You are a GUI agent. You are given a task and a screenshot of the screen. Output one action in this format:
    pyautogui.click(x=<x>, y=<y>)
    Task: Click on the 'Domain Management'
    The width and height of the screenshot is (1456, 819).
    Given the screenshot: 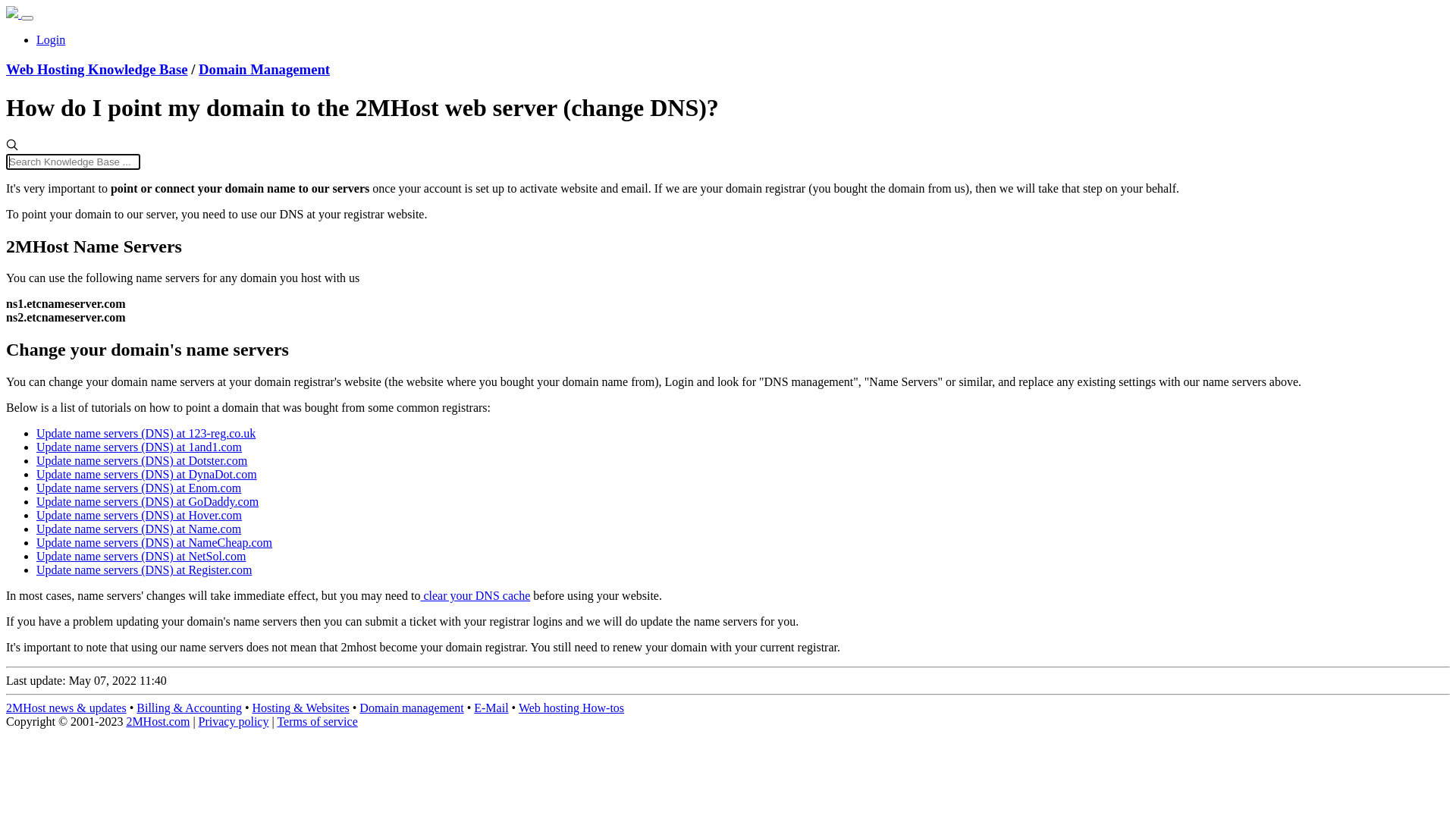 What is the action you would take?
    pyautogui.click(x=198, y=69)
    